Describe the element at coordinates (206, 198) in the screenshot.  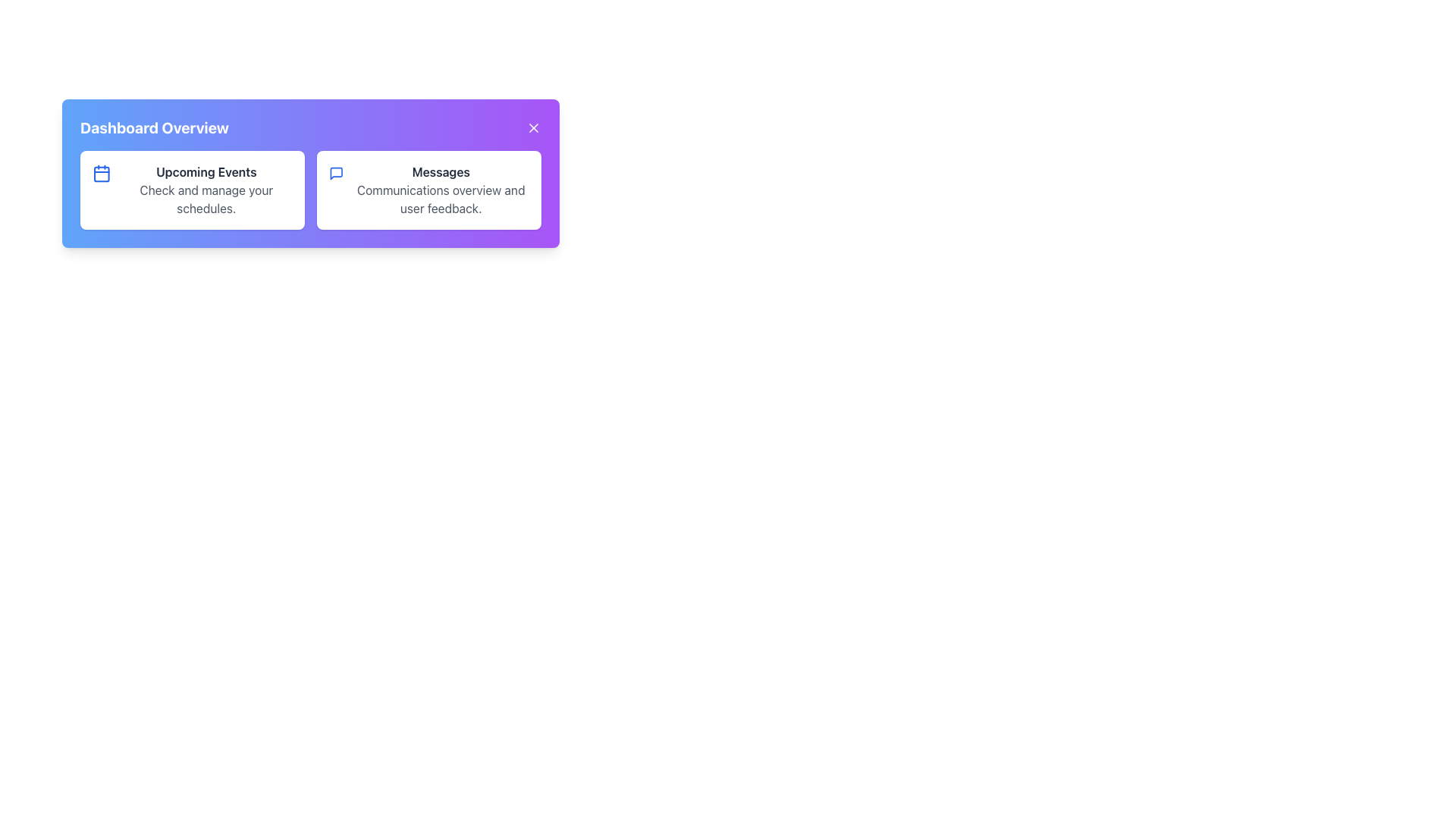
I see `the text label displaying 'Check and manage your schedules.' which is located below the 'Upcoming Events' heading in the leftmost box of the 'Dashboard Overview.'` at that location.